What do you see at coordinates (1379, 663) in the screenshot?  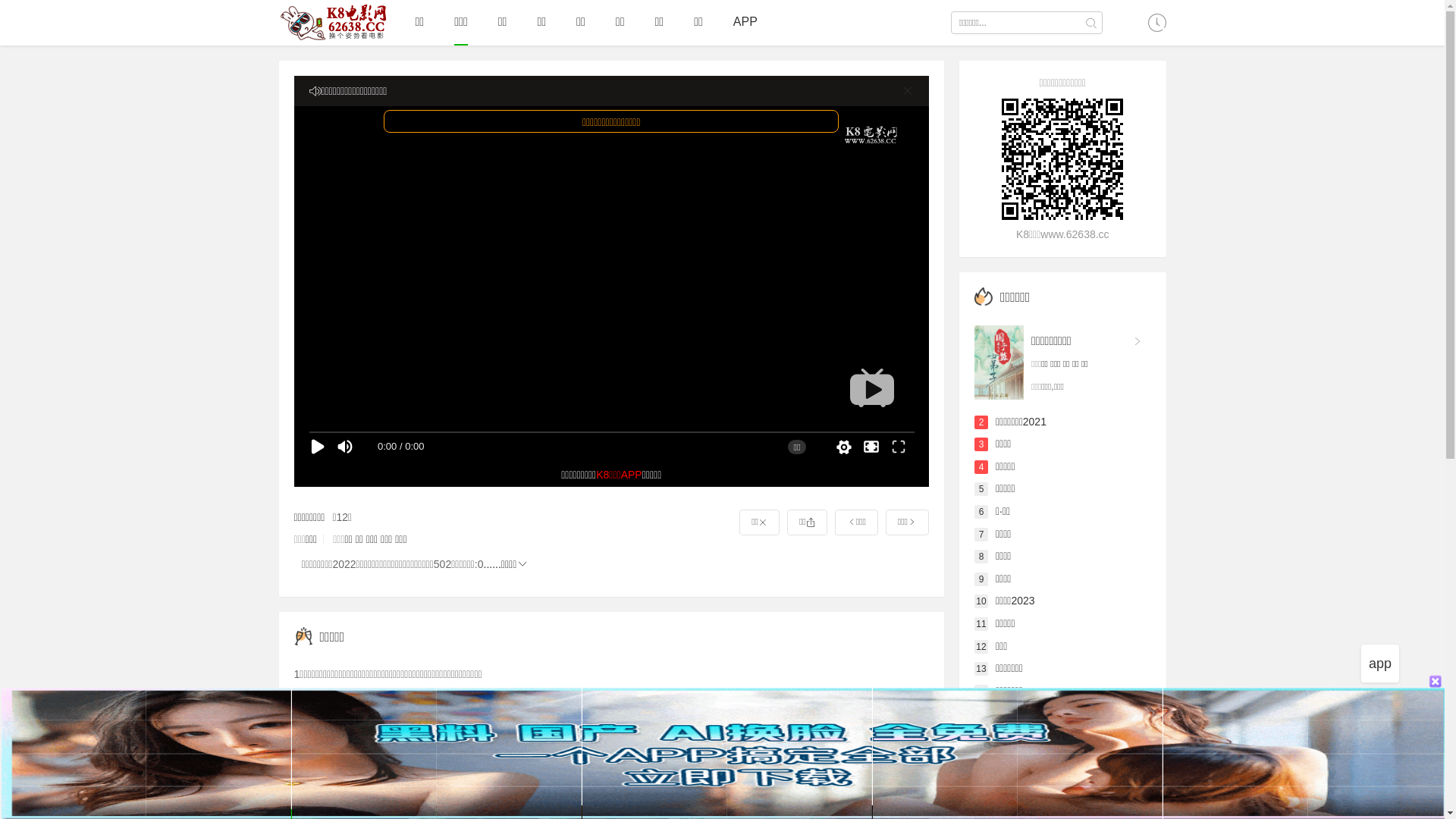 I see `'app'` at bounding box center [1379, 663].